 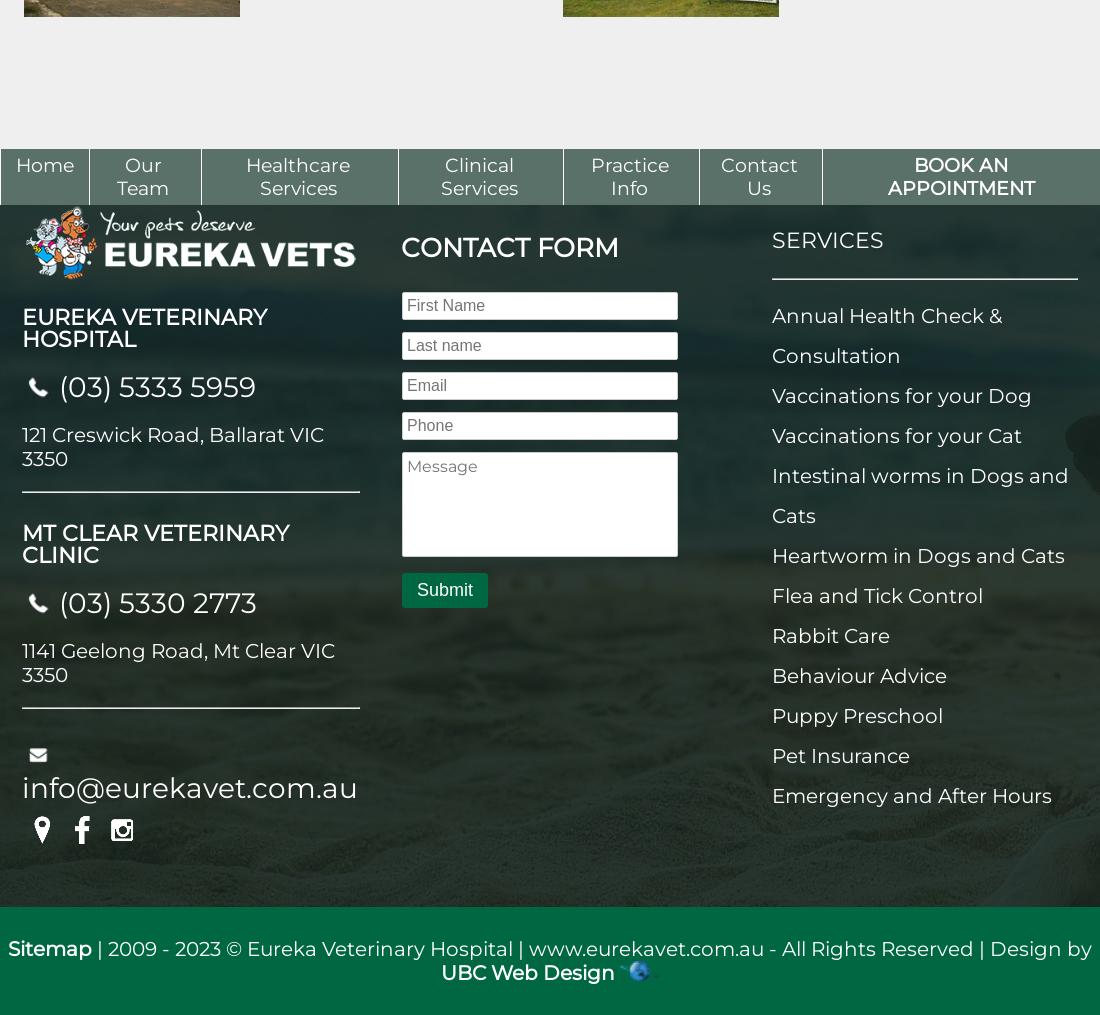 I want to click on '(03) 5333 5959', so click(x=57, y=387).